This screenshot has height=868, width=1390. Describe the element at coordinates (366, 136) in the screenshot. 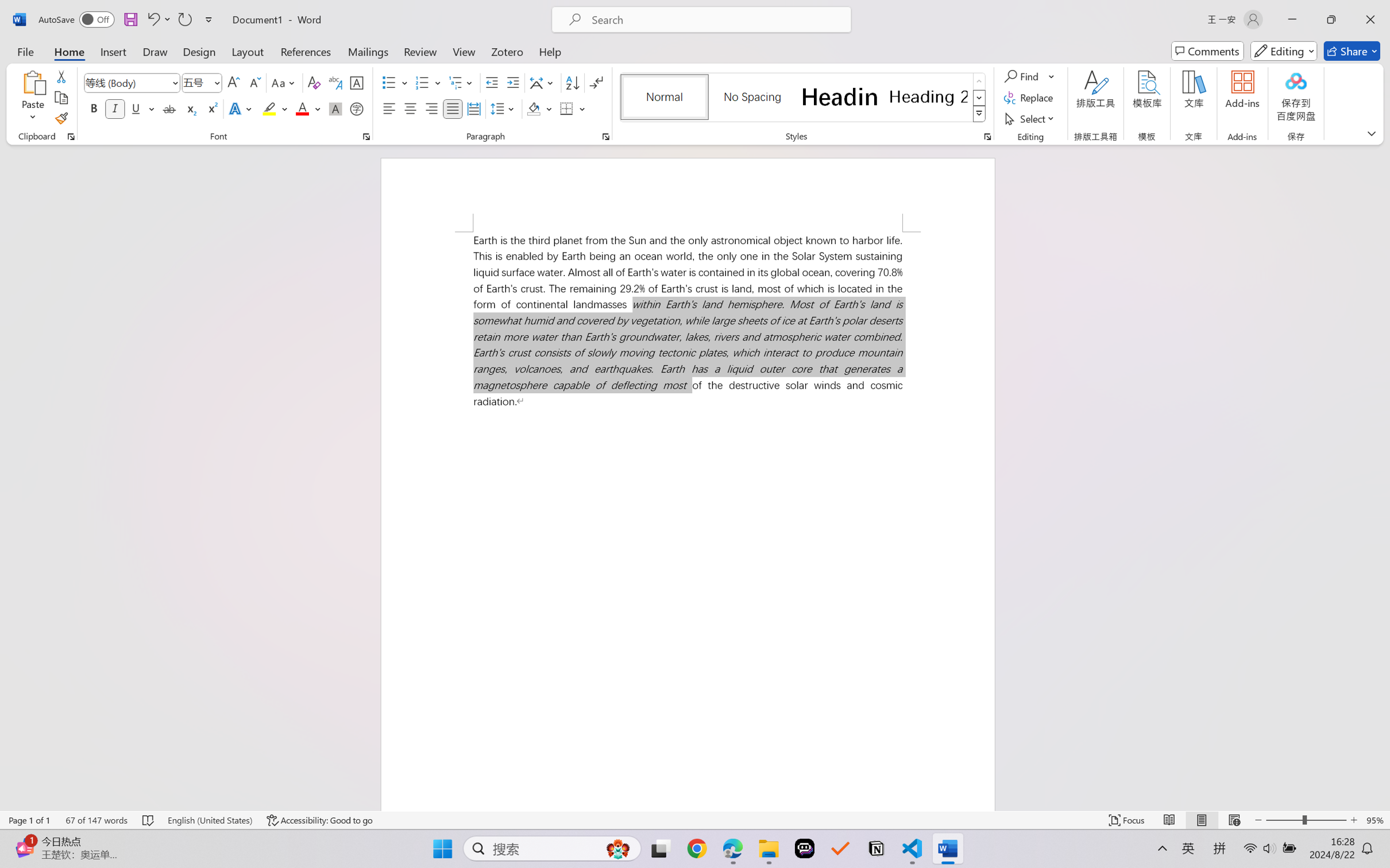

I see `'Font...'` at that location.